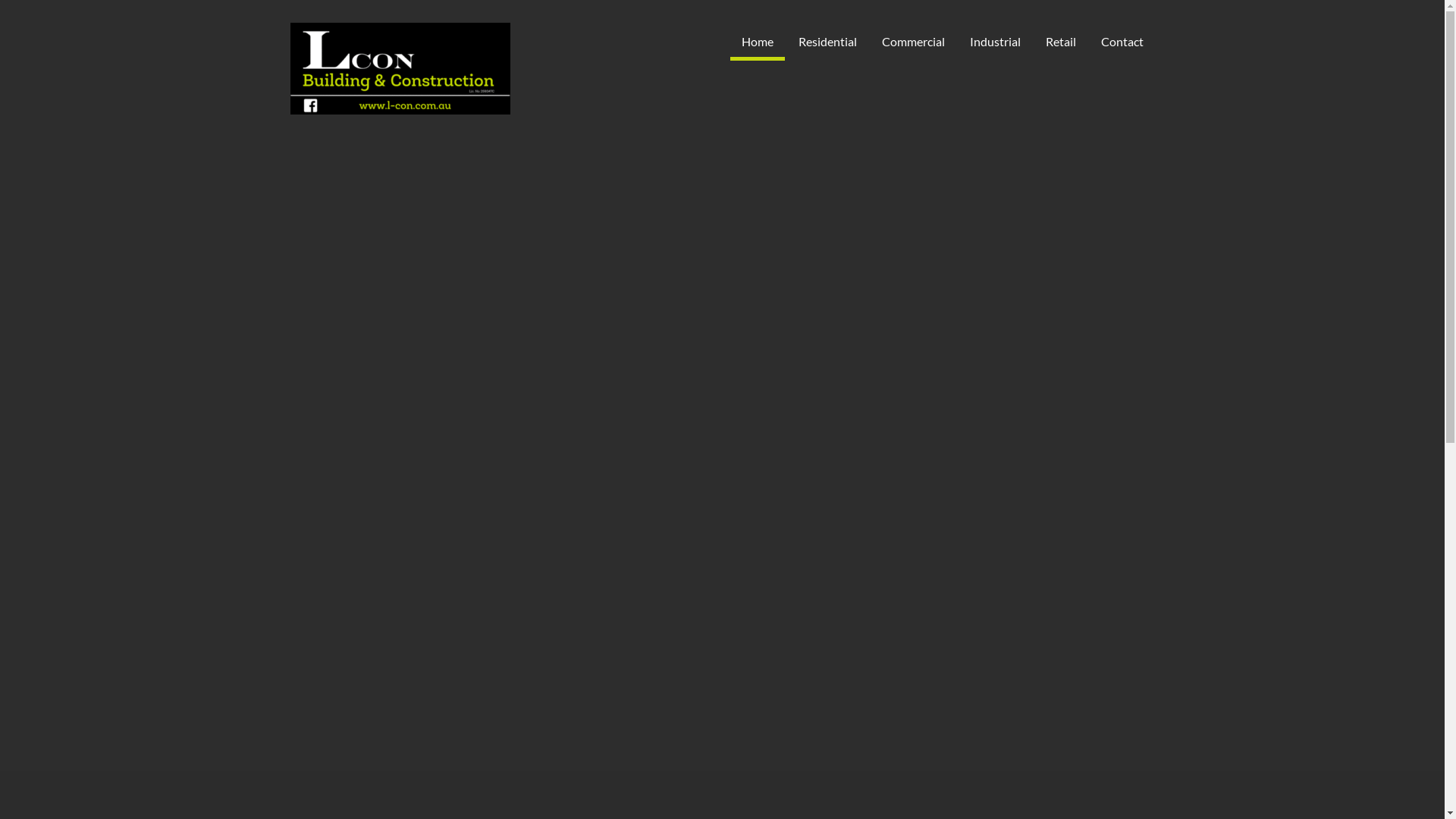  I want to click on 'Residential', so click(827, 40).